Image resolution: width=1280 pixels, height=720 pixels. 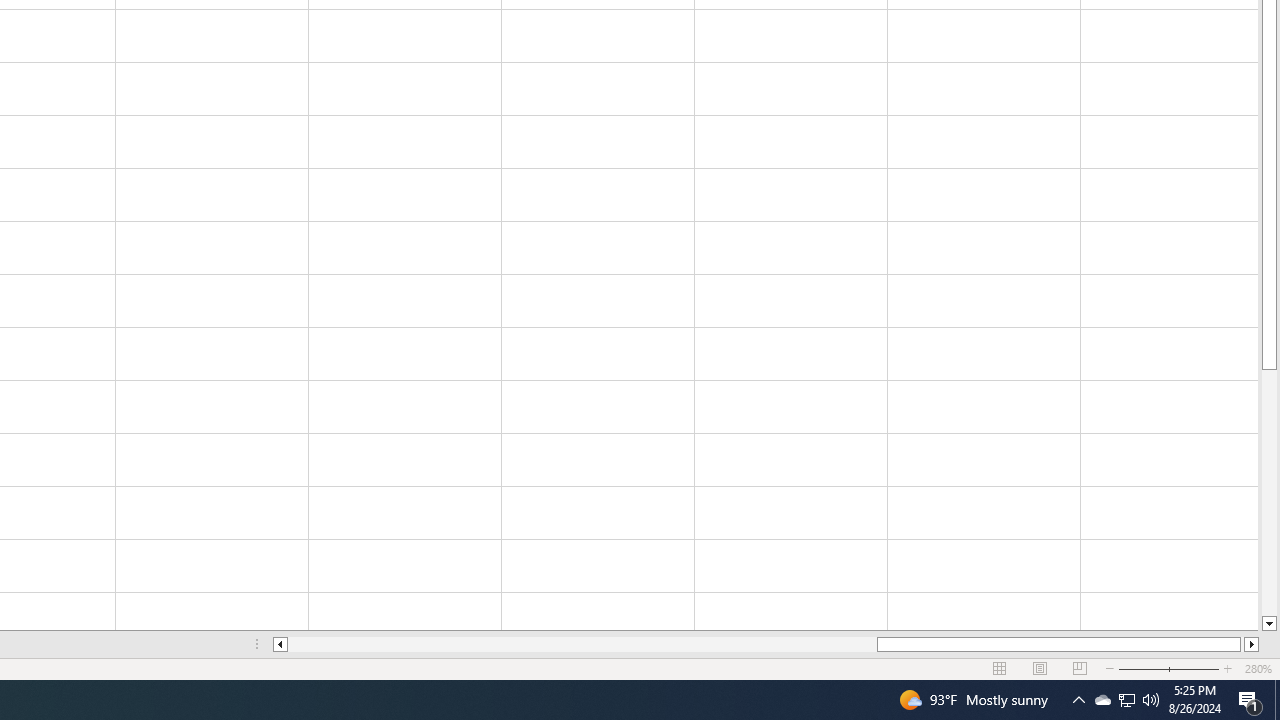 What do you see at coordinates (1000, 669) in the screenshot?
I see `'Normal'` at bounding box center [1000, 669].